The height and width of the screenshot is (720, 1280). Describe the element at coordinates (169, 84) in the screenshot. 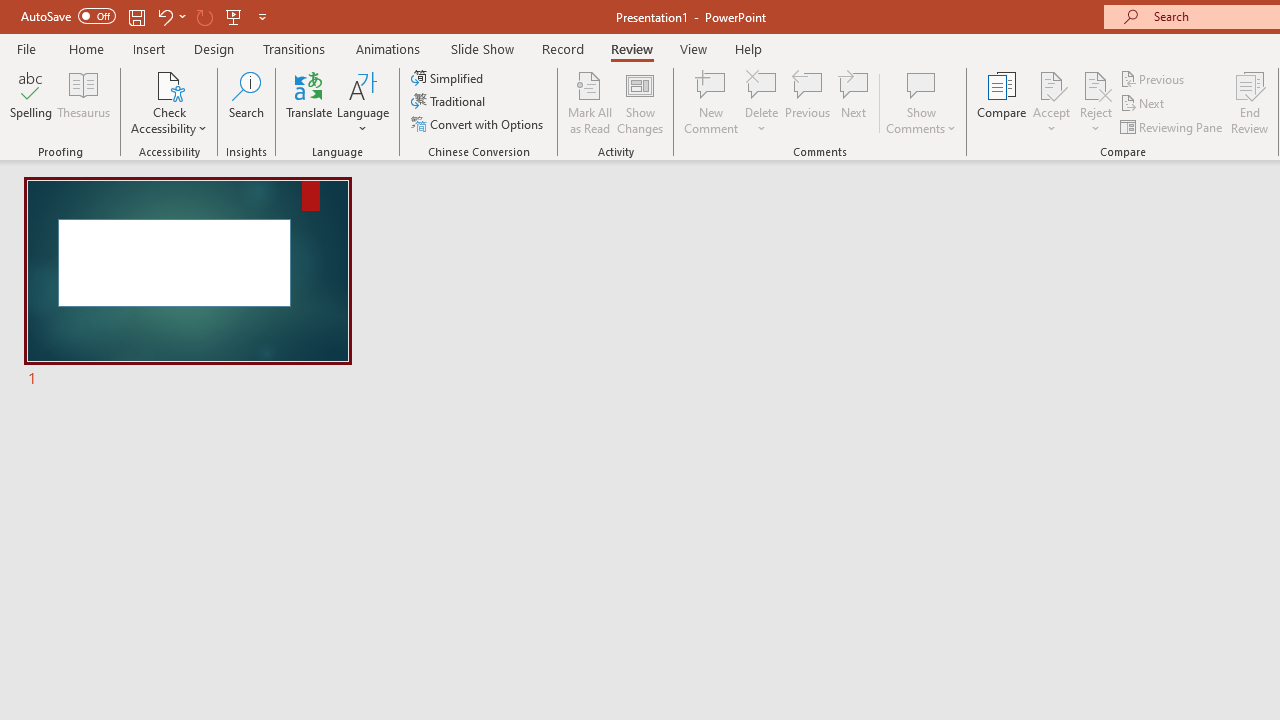

I see `'Check Accessibility'` at that location.